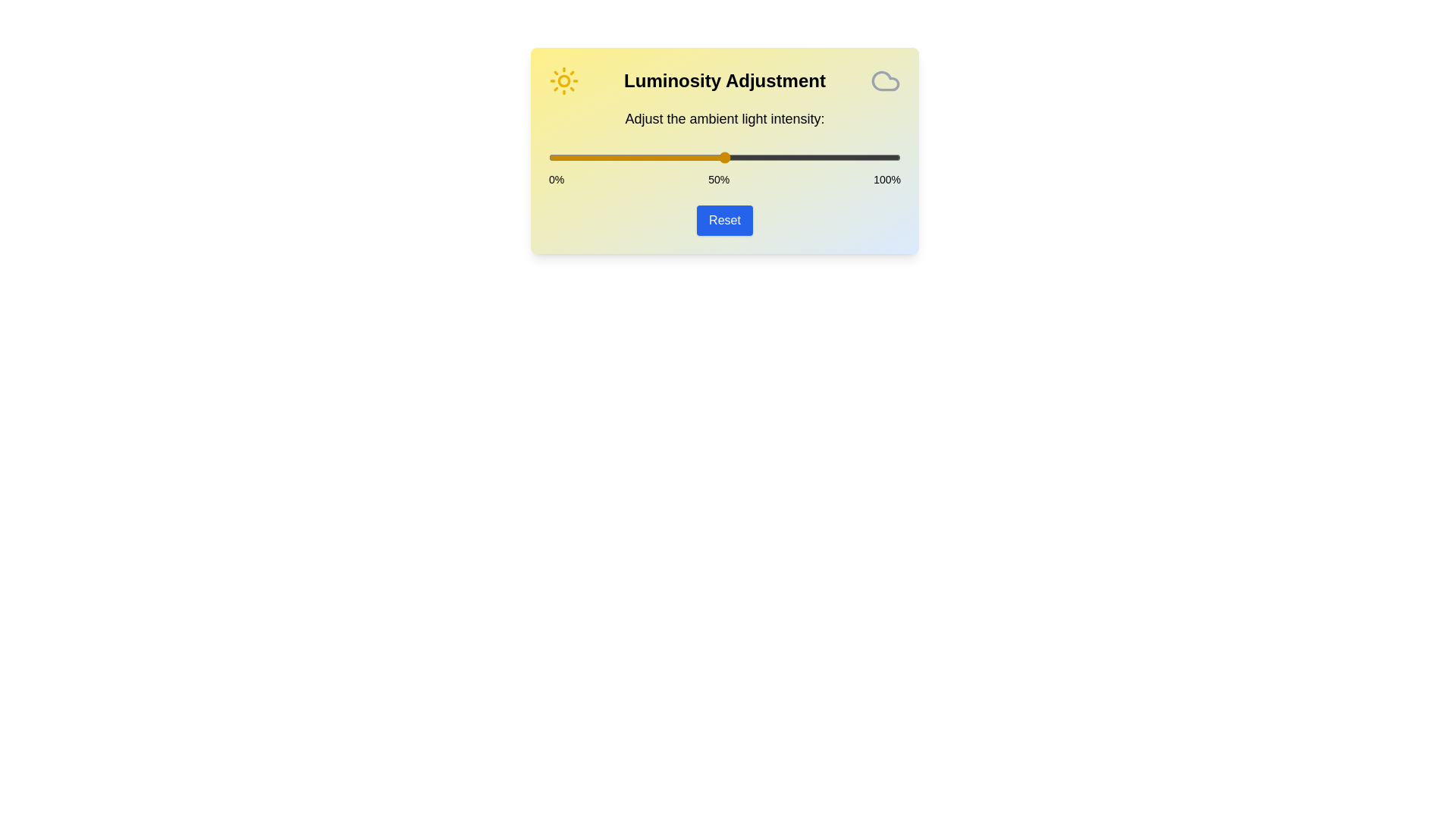  I want to click on the text 'Adjust the ambient light intensity:' for copying or interaction, so click(723, 118).